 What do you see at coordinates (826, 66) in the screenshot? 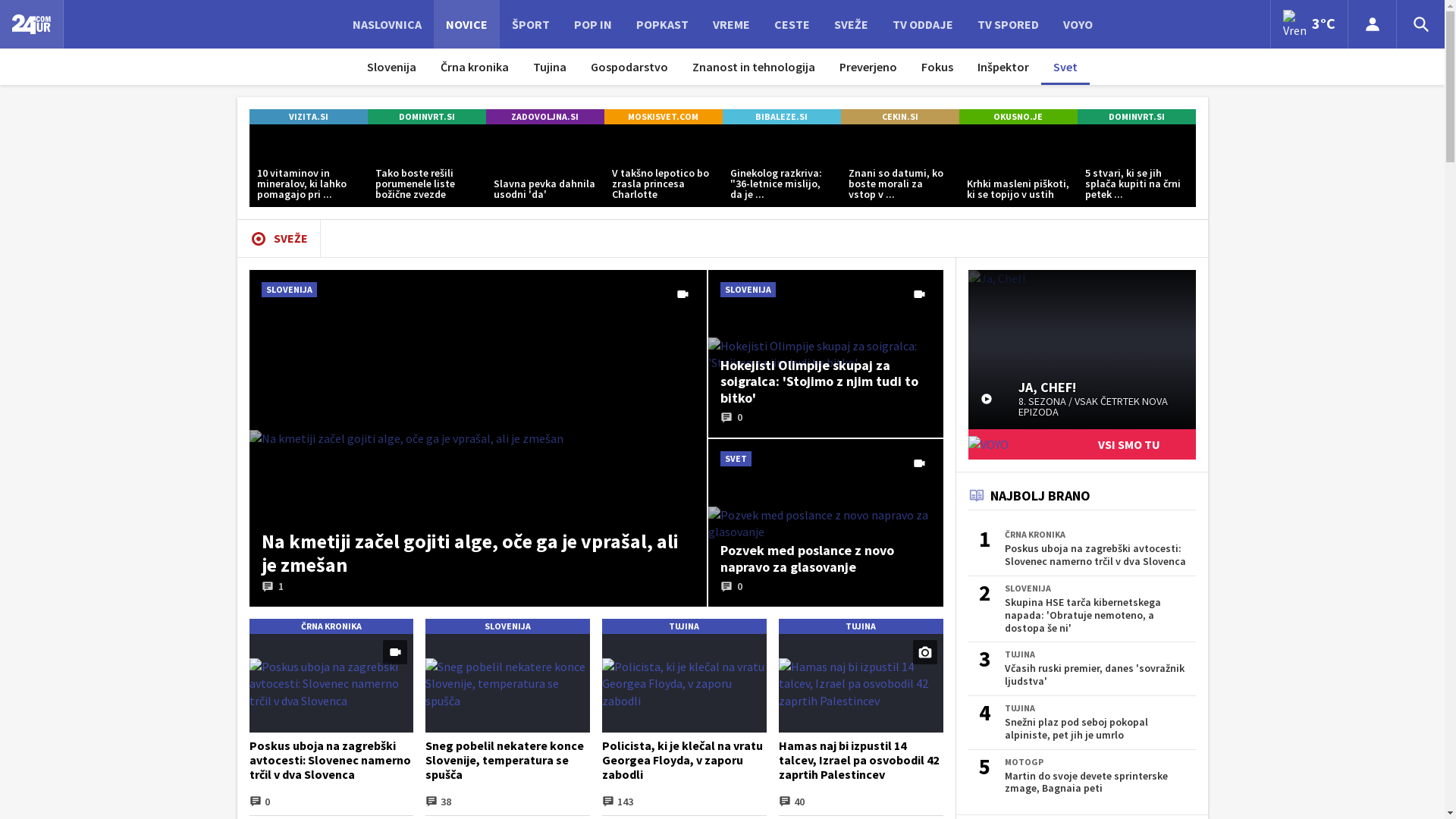
I see `'Preverjeno'` at bounding box center [826, 66].